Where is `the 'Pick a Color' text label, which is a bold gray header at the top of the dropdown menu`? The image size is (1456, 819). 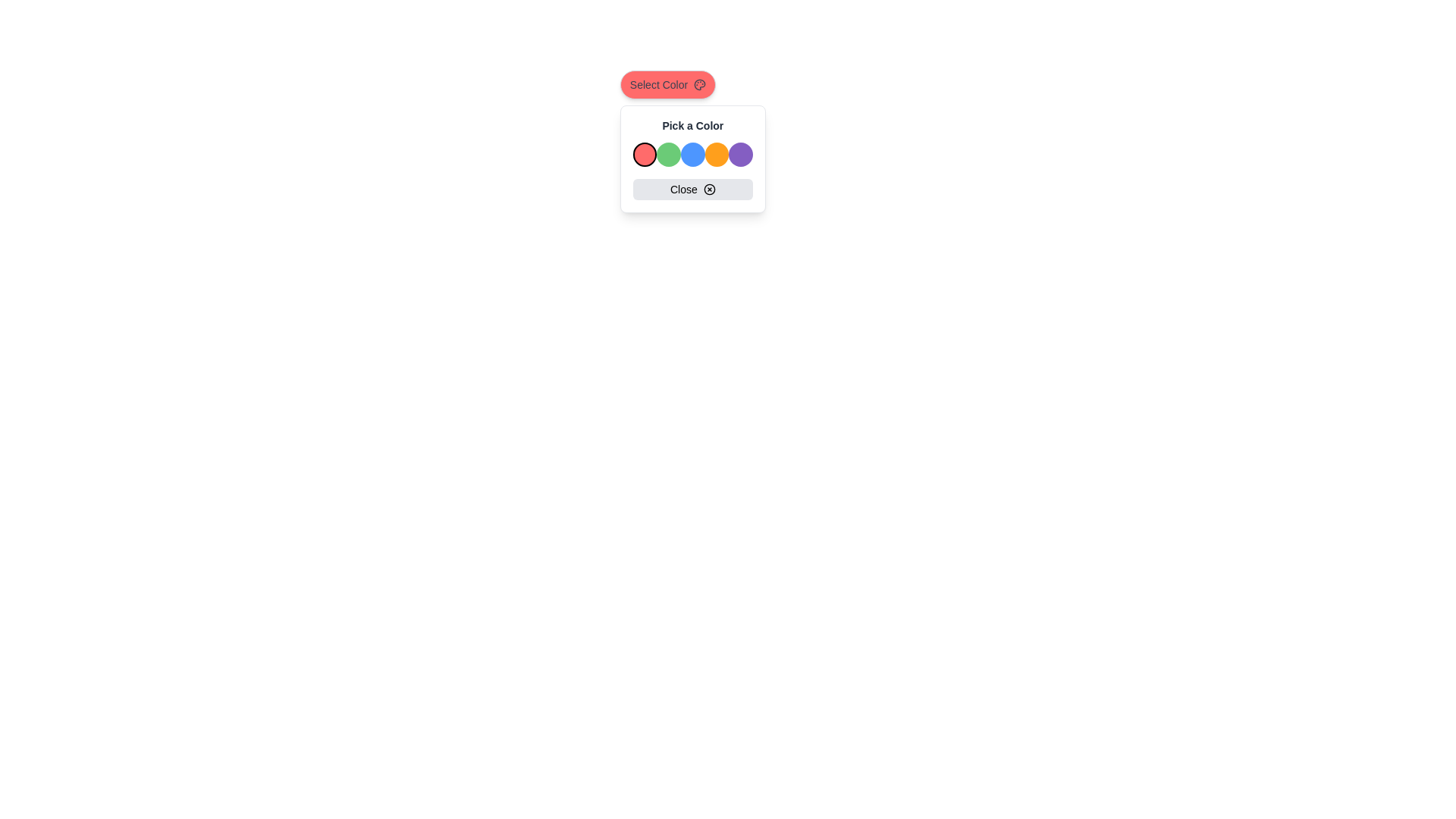
the 'Pick a Color' text label, which is a bold gray header at the top of the dropdown menu is located at coordinates (692, 124).